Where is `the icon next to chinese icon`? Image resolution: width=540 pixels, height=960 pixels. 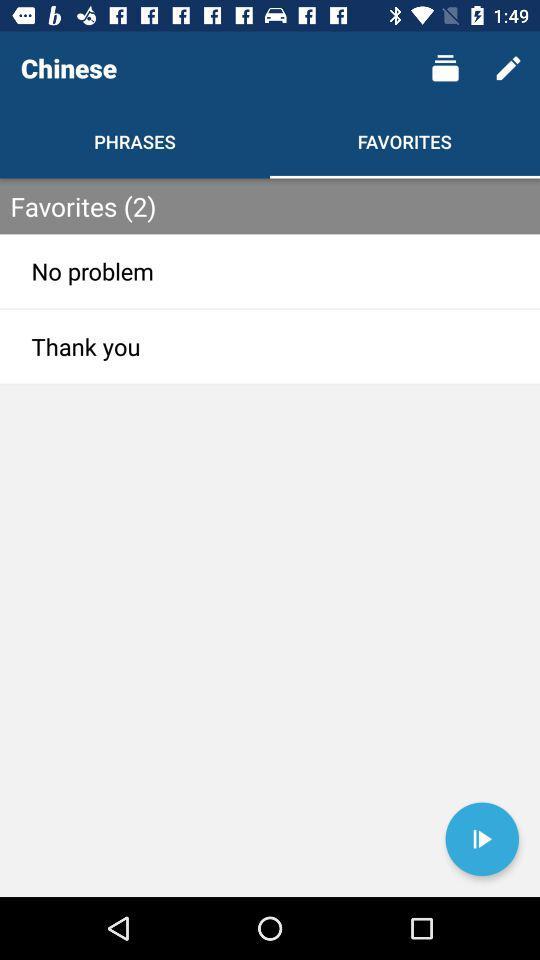
the icon next to chinese icon is located at coordinates (445, 68).